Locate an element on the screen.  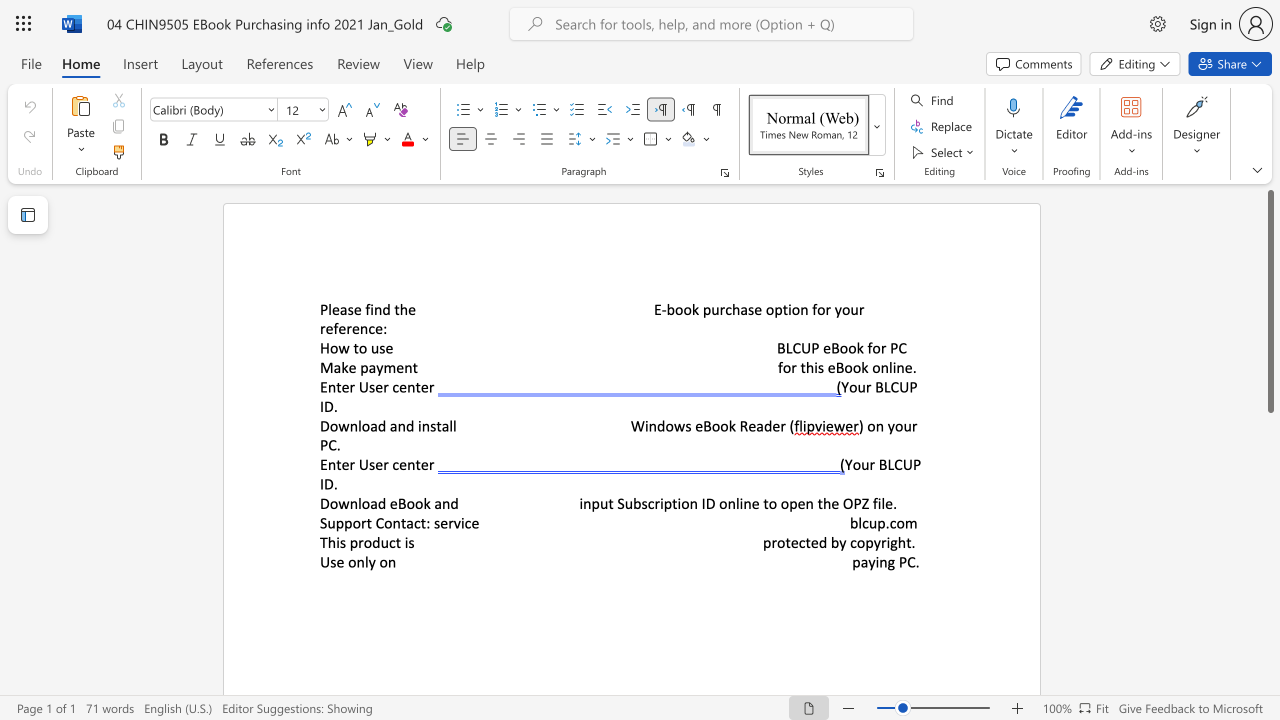
the subset text "right" within the text "protected by copyright." is located at coordinates (880, 542).